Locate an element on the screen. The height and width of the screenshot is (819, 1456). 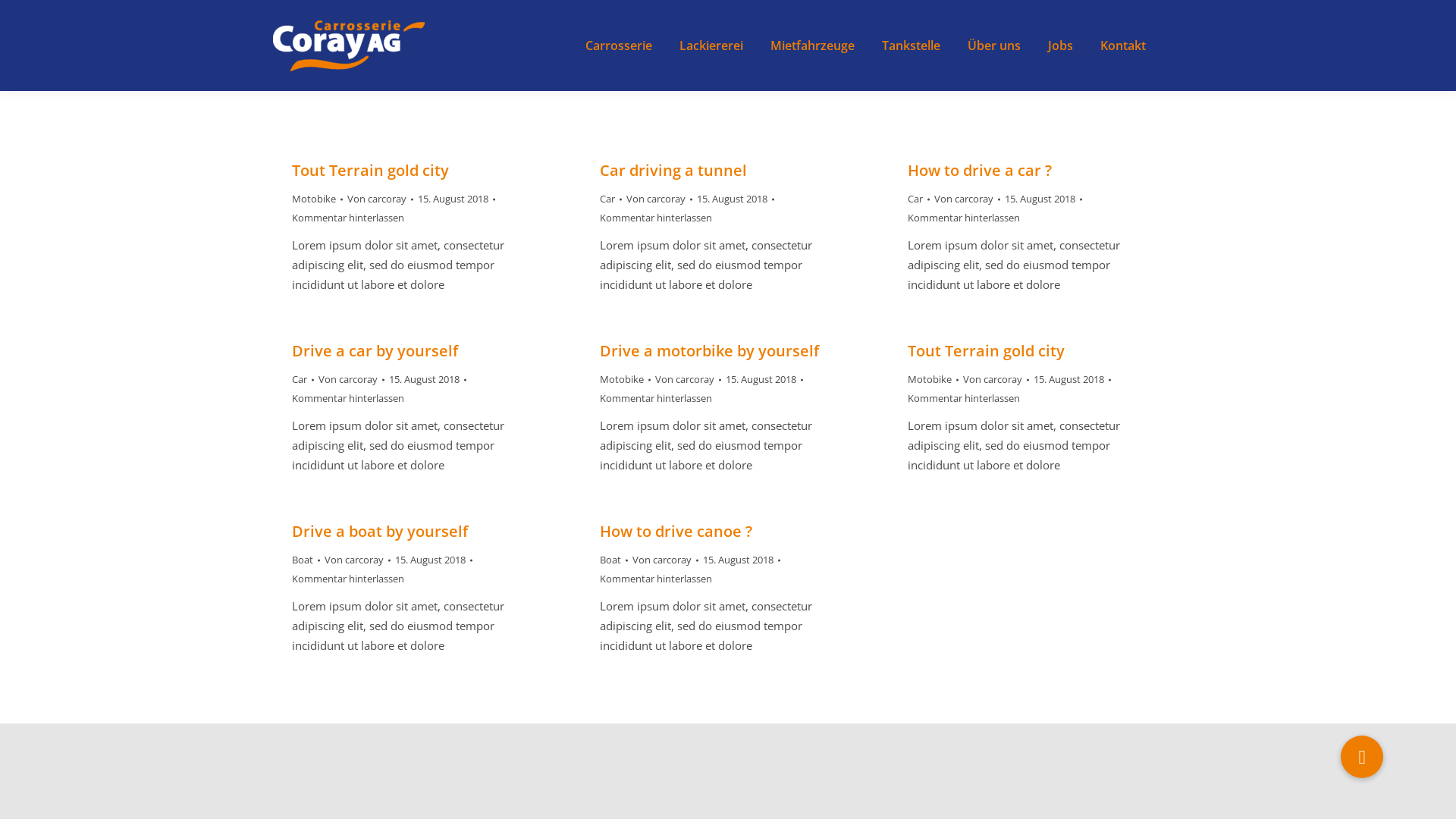
'Jobs' is located at coordinates (1059, 45).